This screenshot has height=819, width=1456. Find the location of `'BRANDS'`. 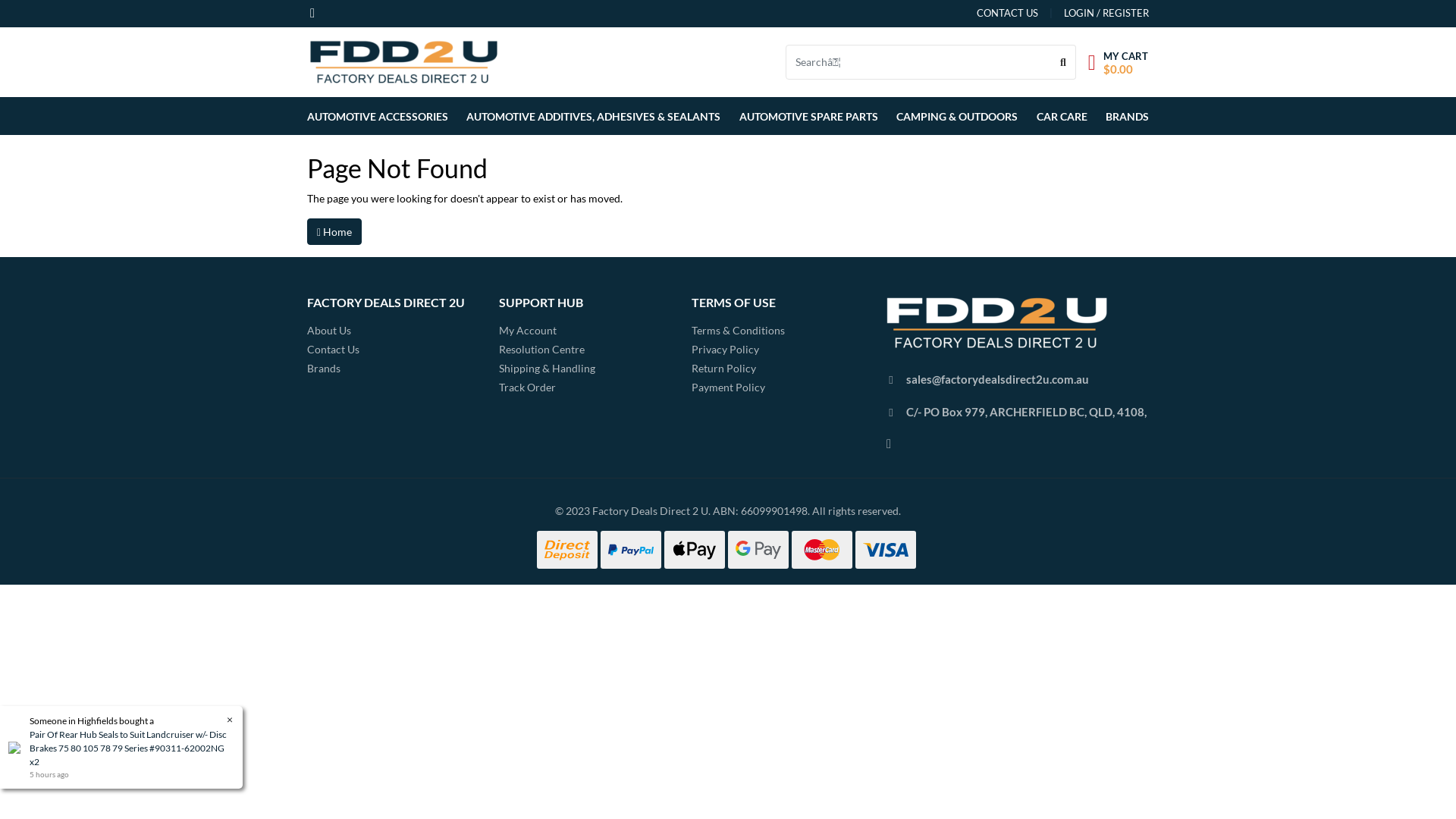

'BRANDS' is located at coordinates (1124, 115).